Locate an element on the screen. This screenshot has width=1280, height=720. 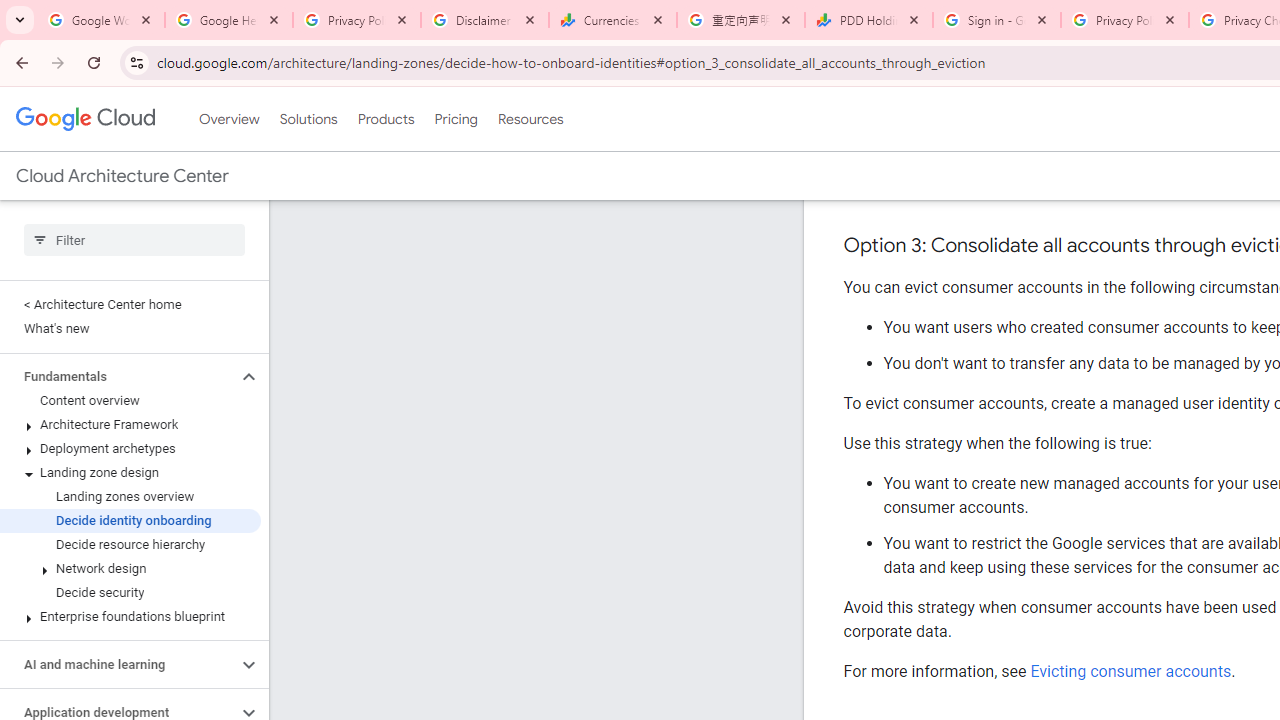
'< Architecture Center home' is located at coordinates (129, 304).